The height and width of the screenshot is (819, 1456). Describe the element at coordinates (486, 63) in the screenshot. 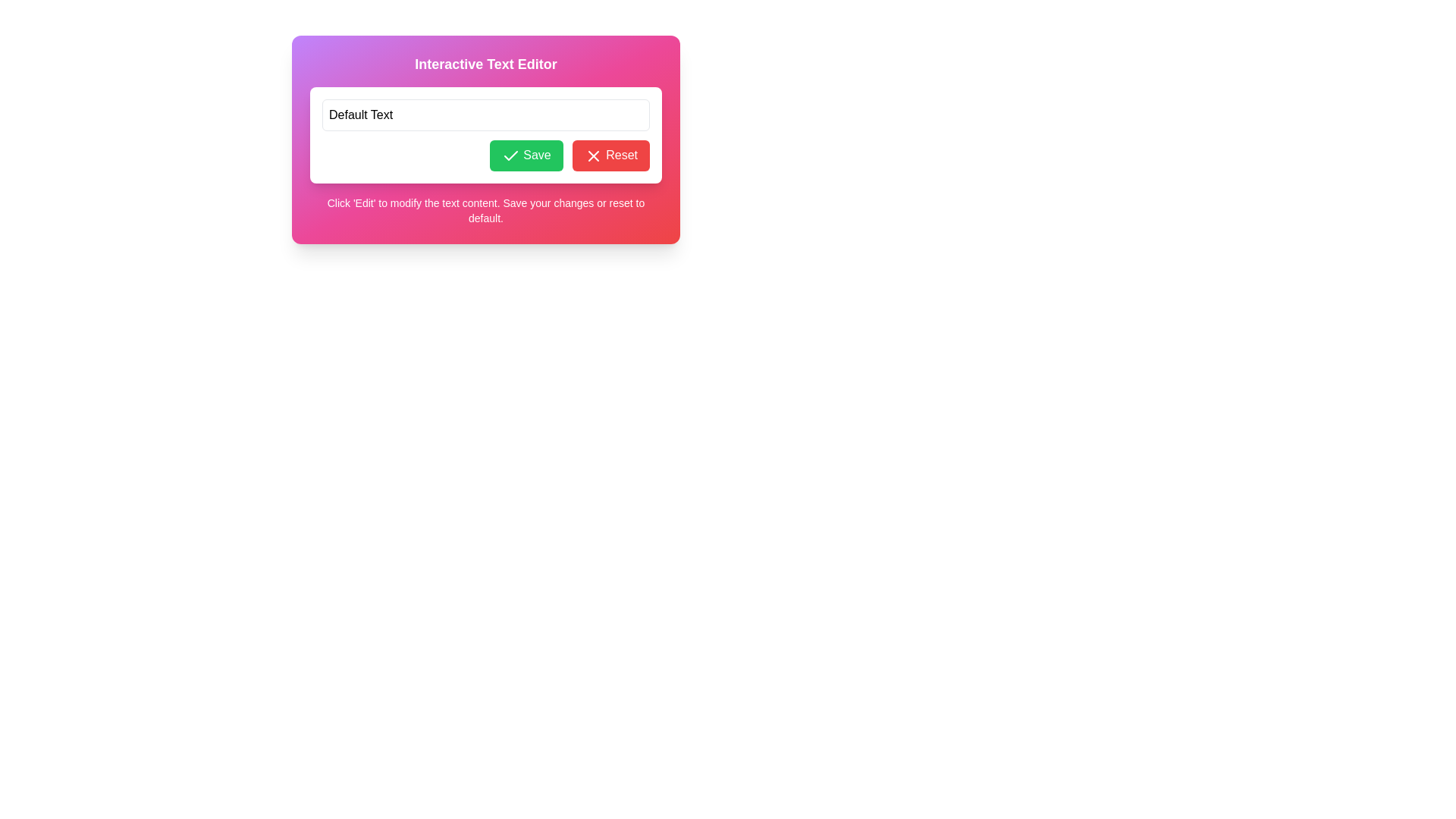

I see `the Text Label that serves as the header for the text editor interface, positioned at the top of the panel` at that location.